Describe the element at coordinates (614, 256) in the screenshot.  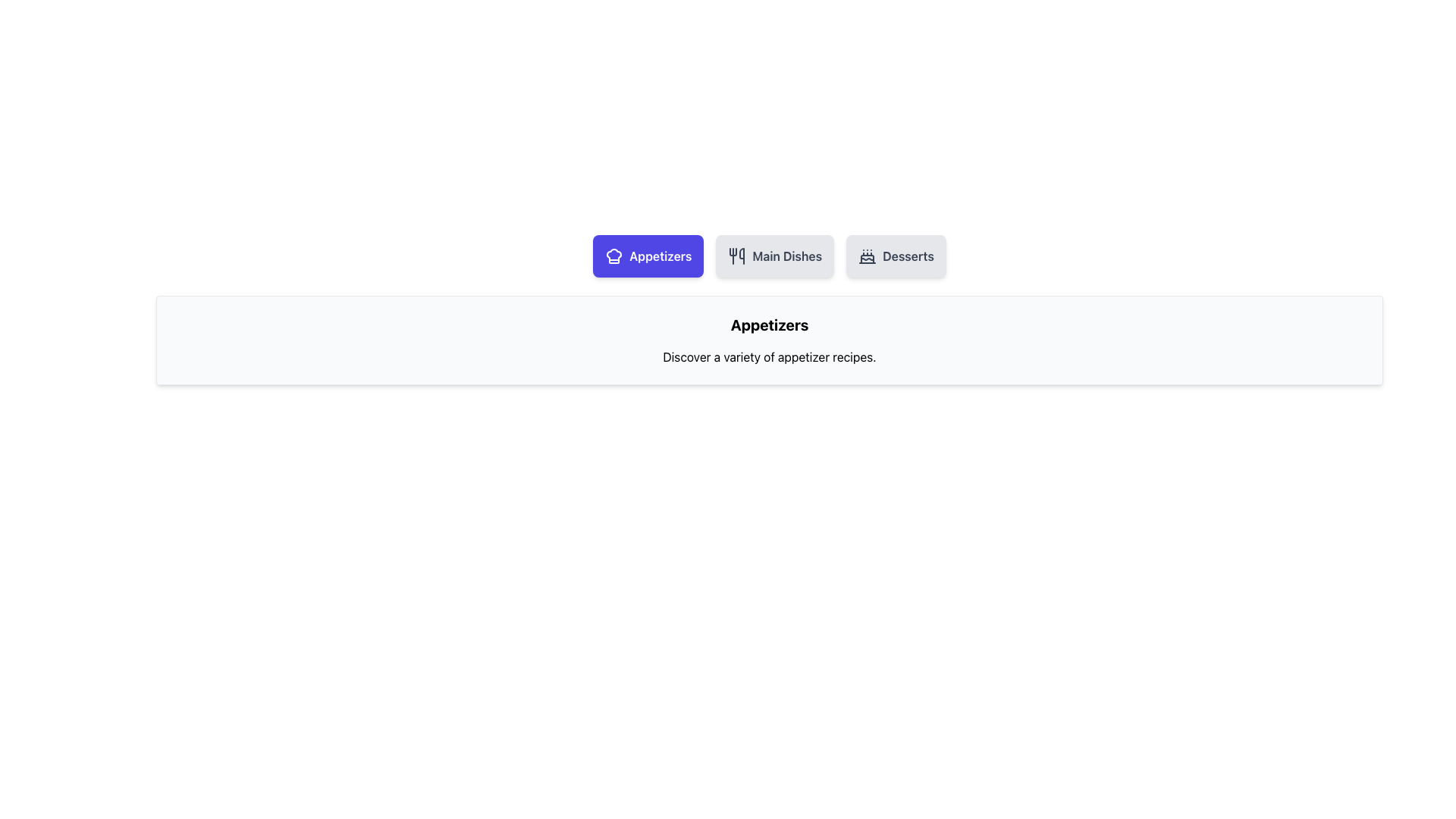
I see `the chef hat icon with a purple background and white outline located within the 'Appetizers' button` at that location.